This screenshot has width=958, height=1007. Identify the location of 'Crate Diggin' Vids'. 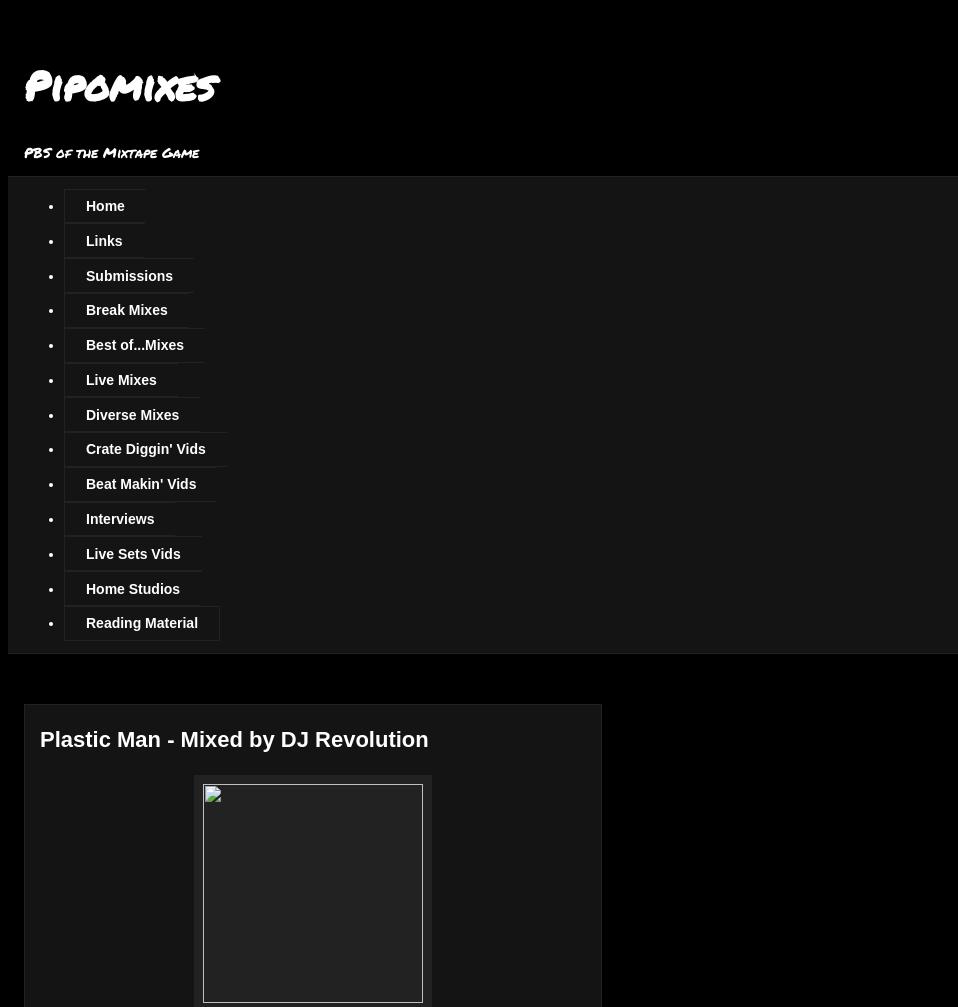
(145, 449).